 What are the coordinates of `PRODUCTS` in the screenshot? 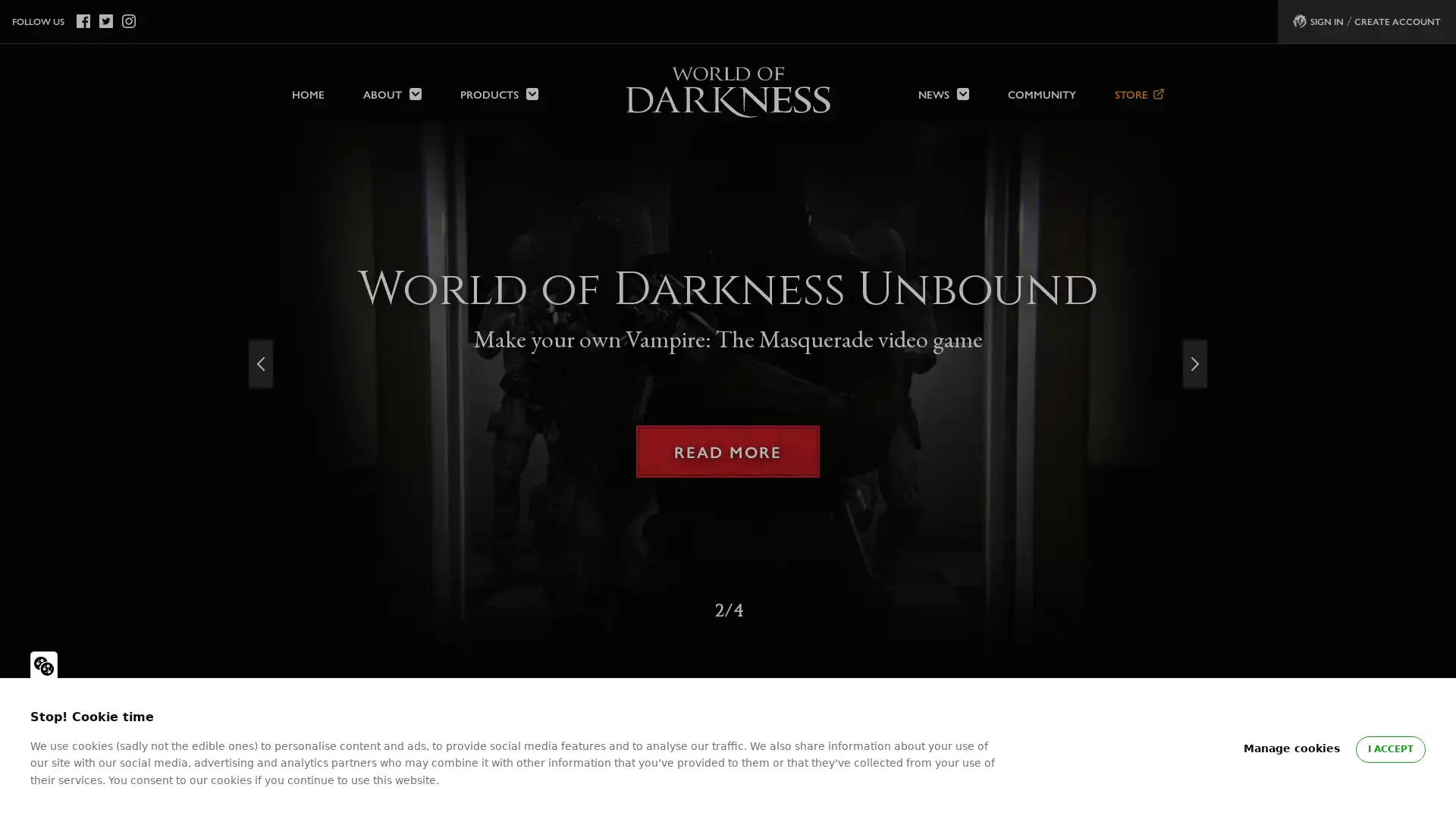 It's located at (498, 85).